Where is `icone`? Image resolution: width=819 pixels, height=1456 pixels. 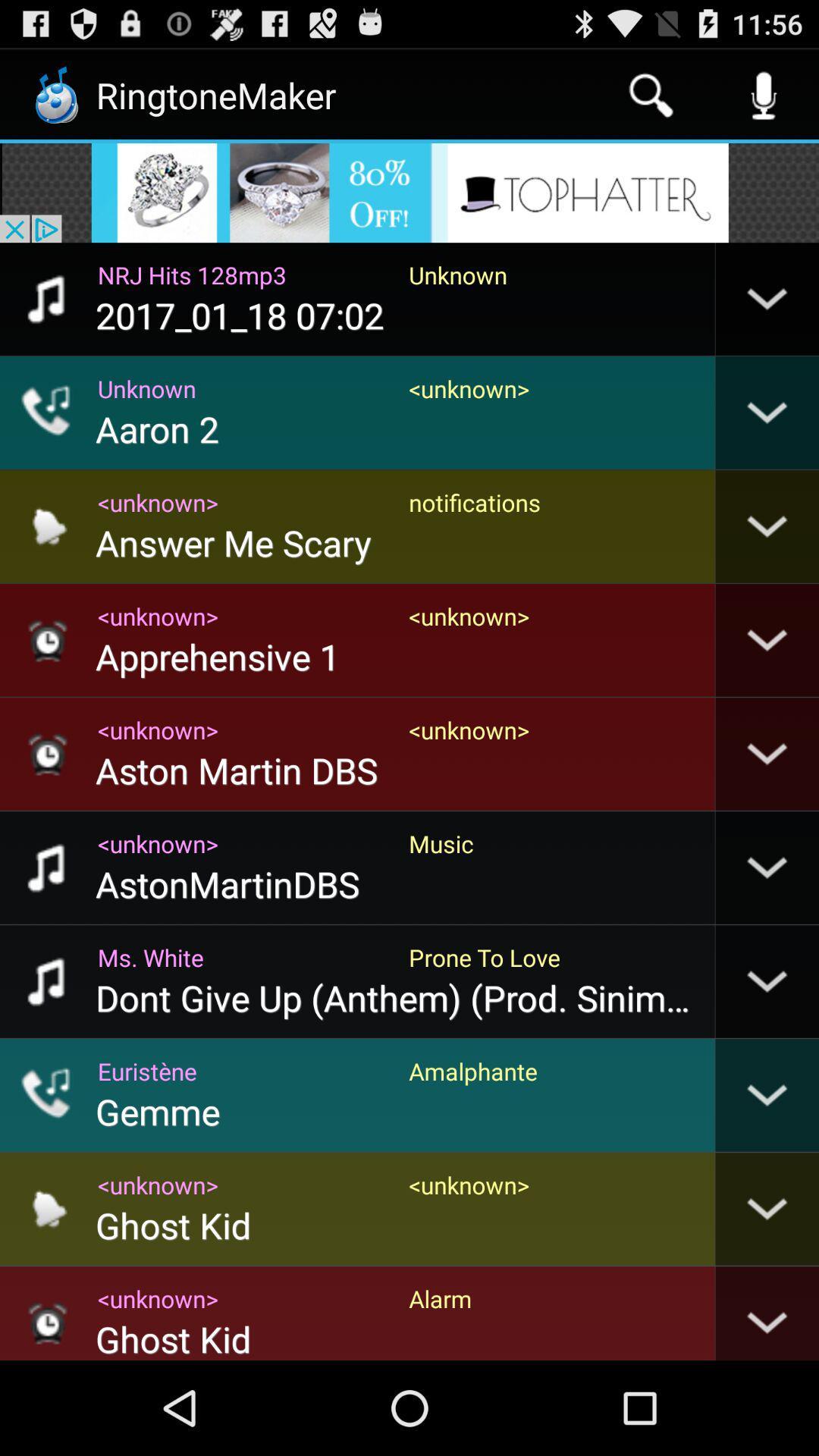 icone is located at coordinates (409, 192).